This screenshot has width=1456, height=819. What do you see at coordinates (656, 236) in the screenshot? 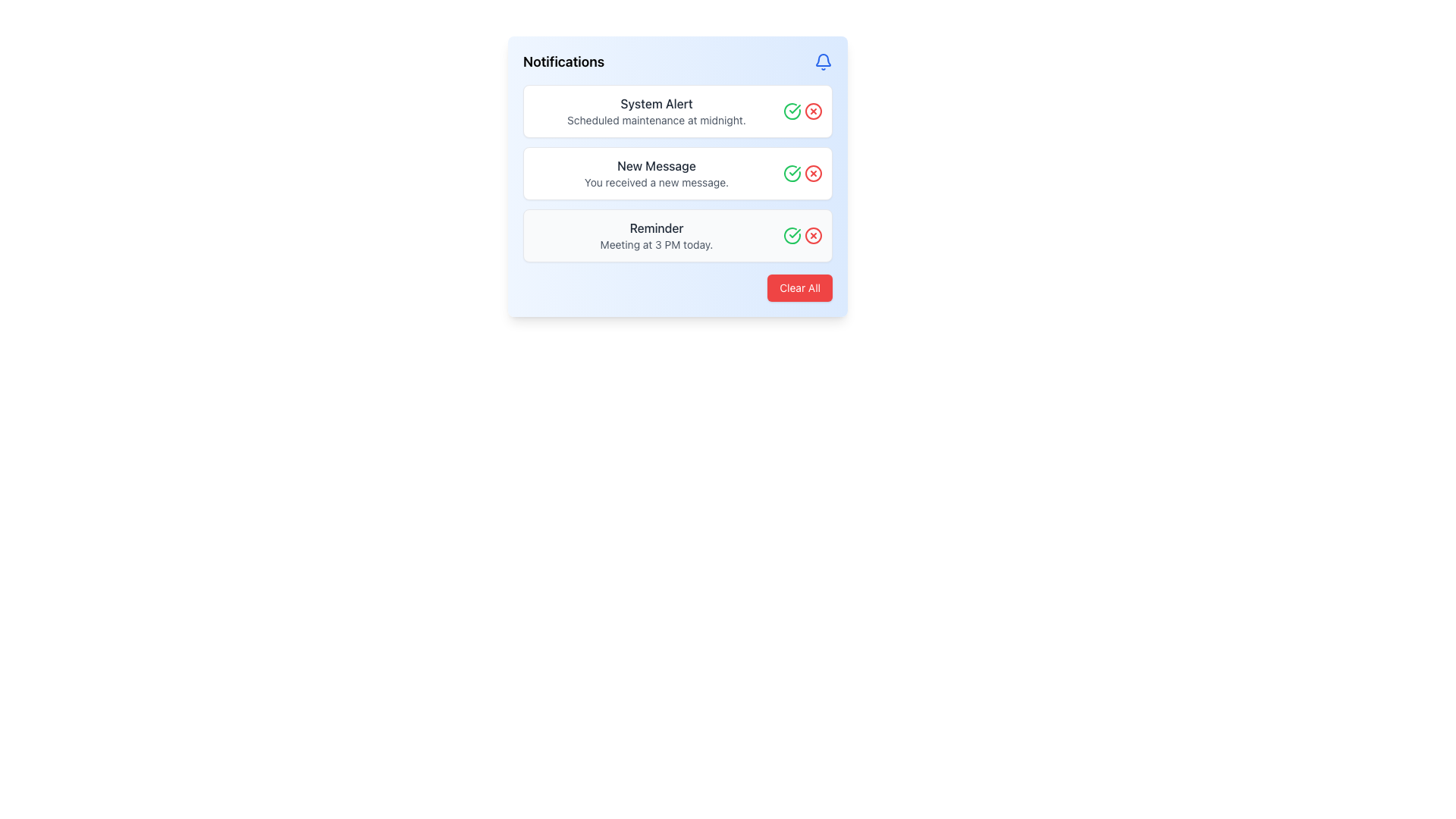
I see `the Notification item displaying 'Reminder' and 'Meeting at 3 PM today.' by moving the cursor to its center` at bounding box center [656, 236].